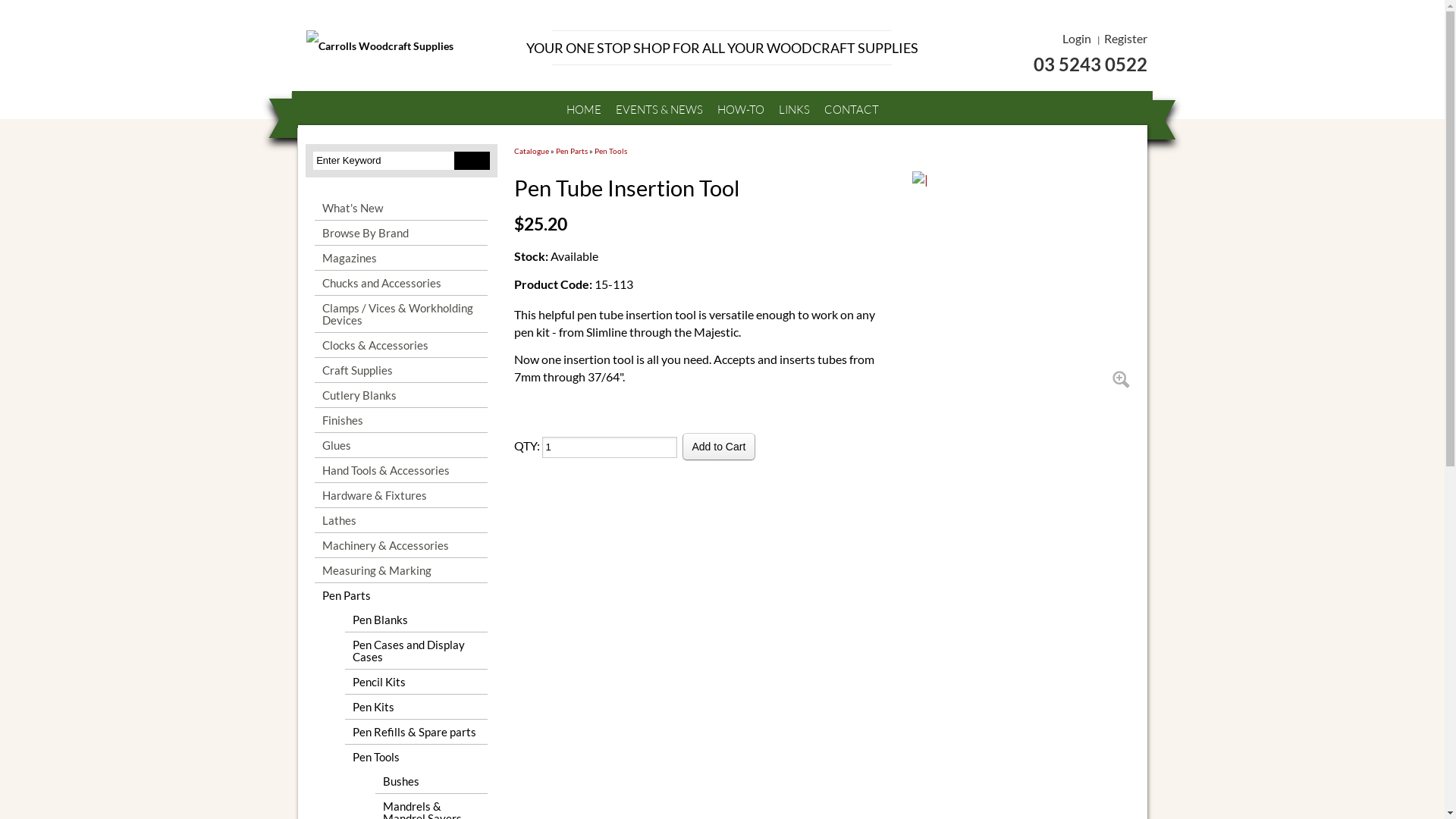 This screenshot has width=1456, height=819. I want to click on 'Finishes', so click(400, 420).